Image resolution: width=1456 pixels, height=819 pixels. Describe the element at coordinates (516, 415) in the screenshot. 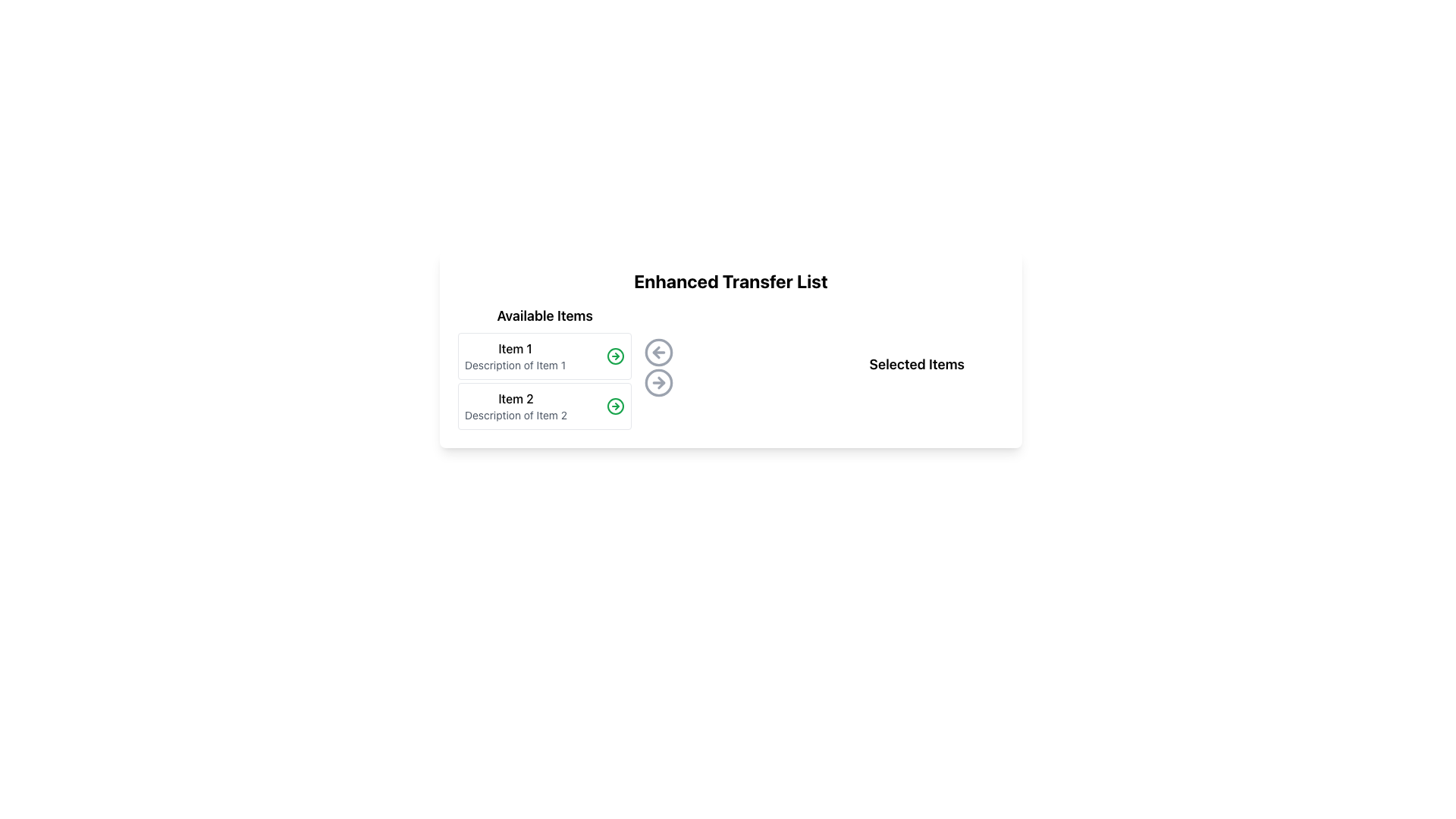

I see `the static text label displaying 'Description of Item 2', which is styled in gray and positioned below 'Item 2' within the 'Available Items' section` at that location.